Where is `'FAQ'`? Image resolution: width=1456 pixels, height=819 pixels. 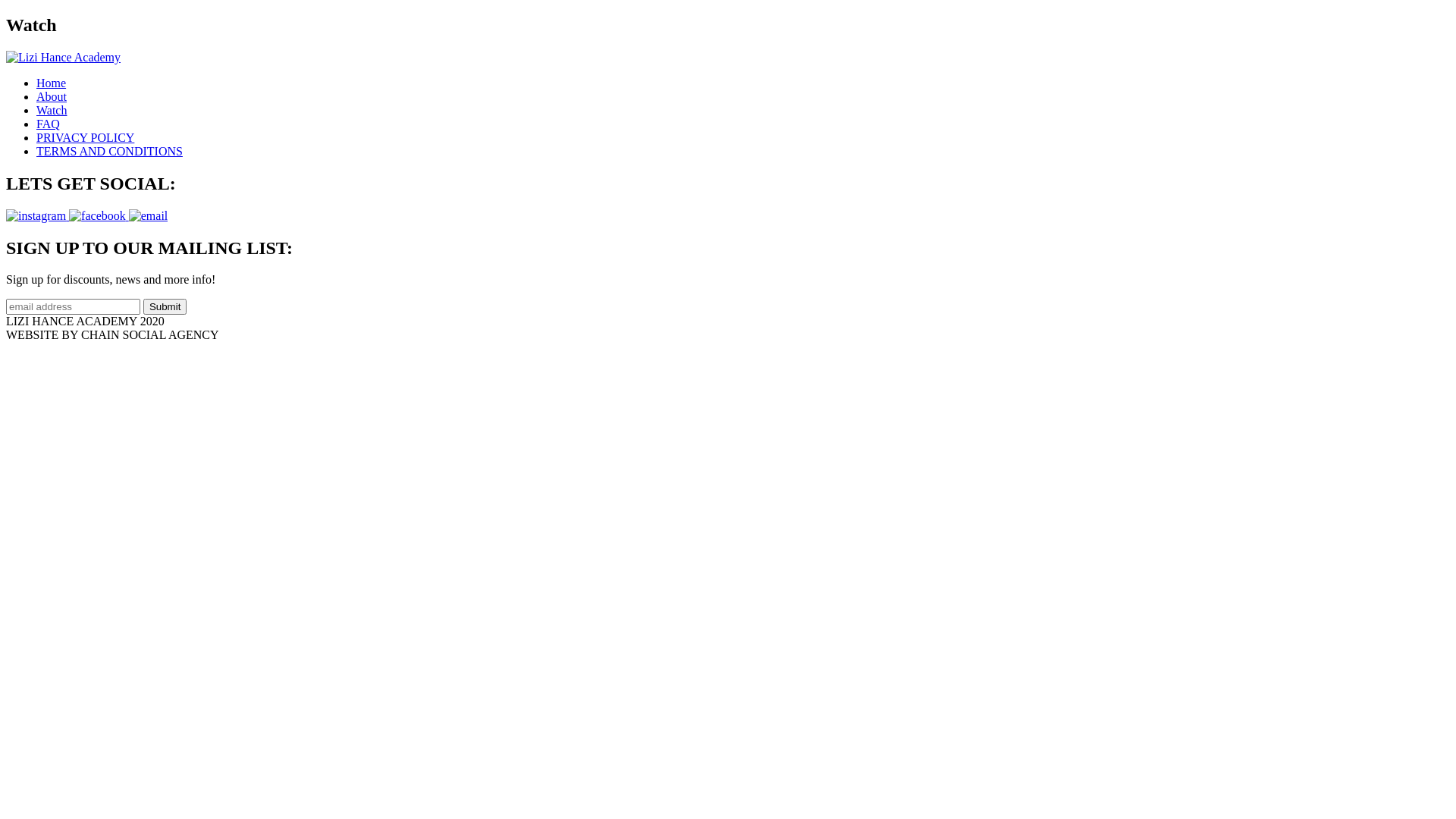
'FAQ' is located at coordinates (48, 123).